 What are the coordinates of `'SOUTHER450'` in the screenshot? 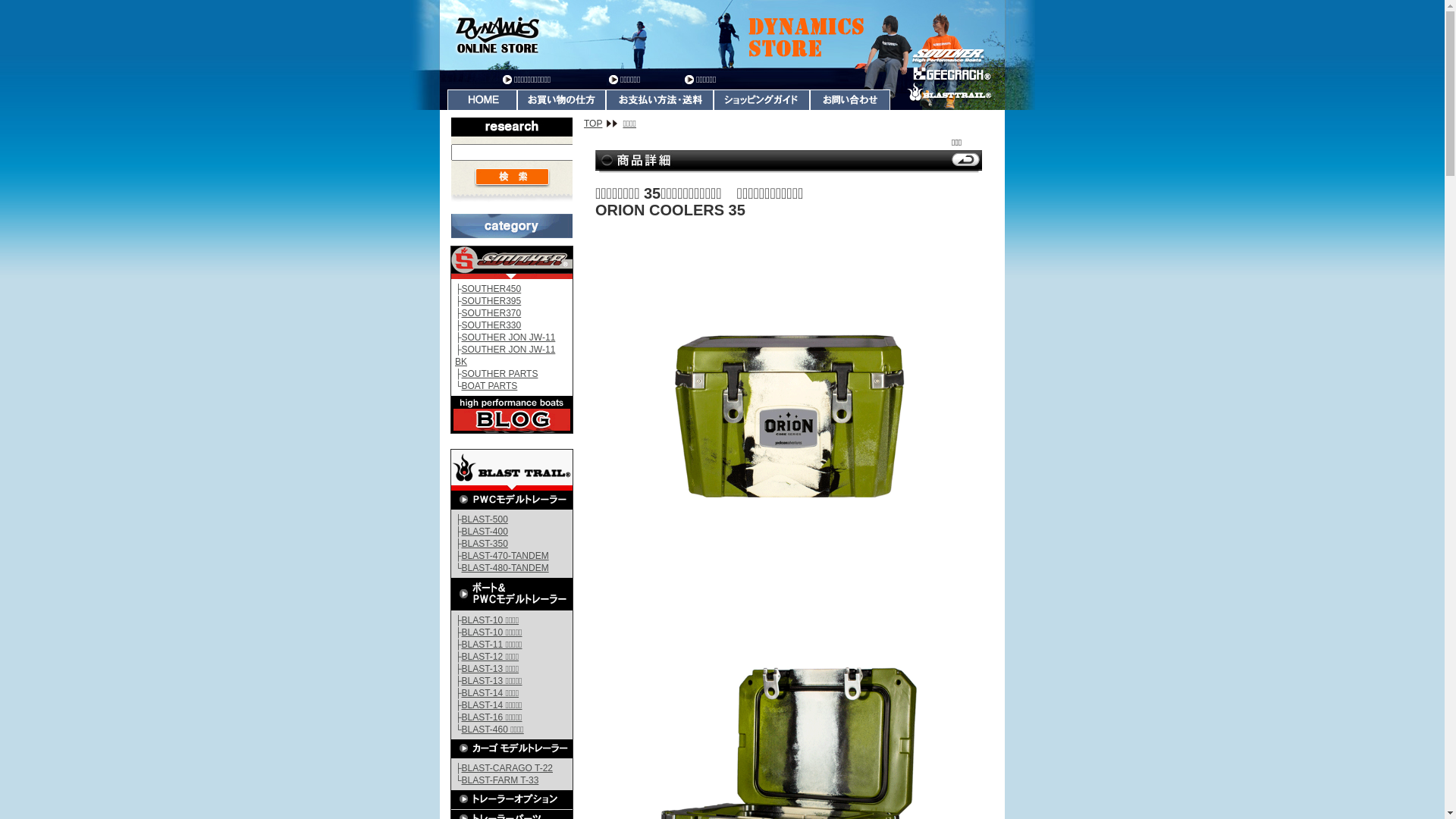 It's located at (491, 289).